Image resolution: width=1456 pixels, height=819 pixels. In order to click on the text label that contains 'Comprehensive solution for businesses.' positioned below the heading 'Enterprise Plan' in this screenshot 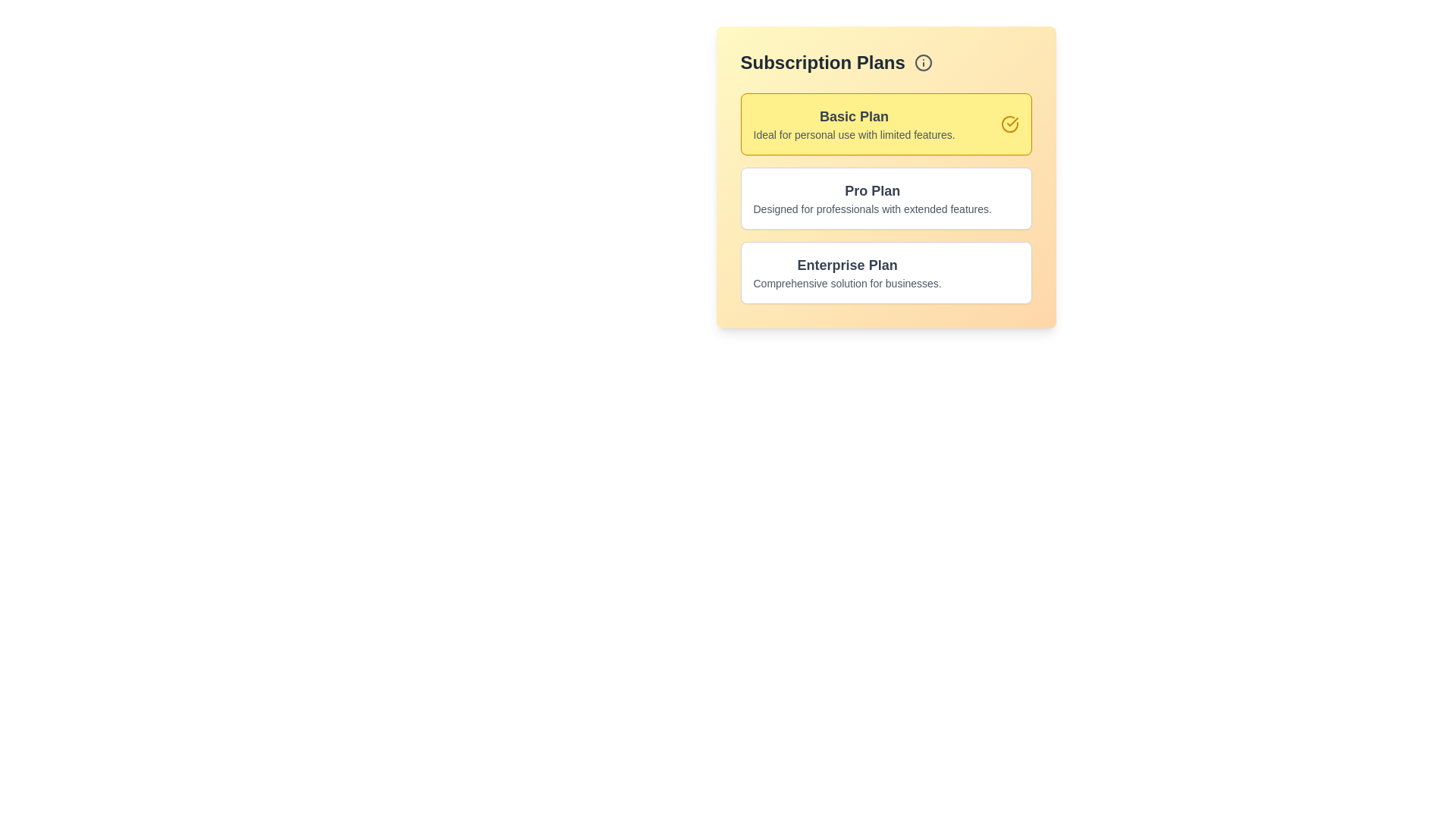, I will do `click(846, 284)`.